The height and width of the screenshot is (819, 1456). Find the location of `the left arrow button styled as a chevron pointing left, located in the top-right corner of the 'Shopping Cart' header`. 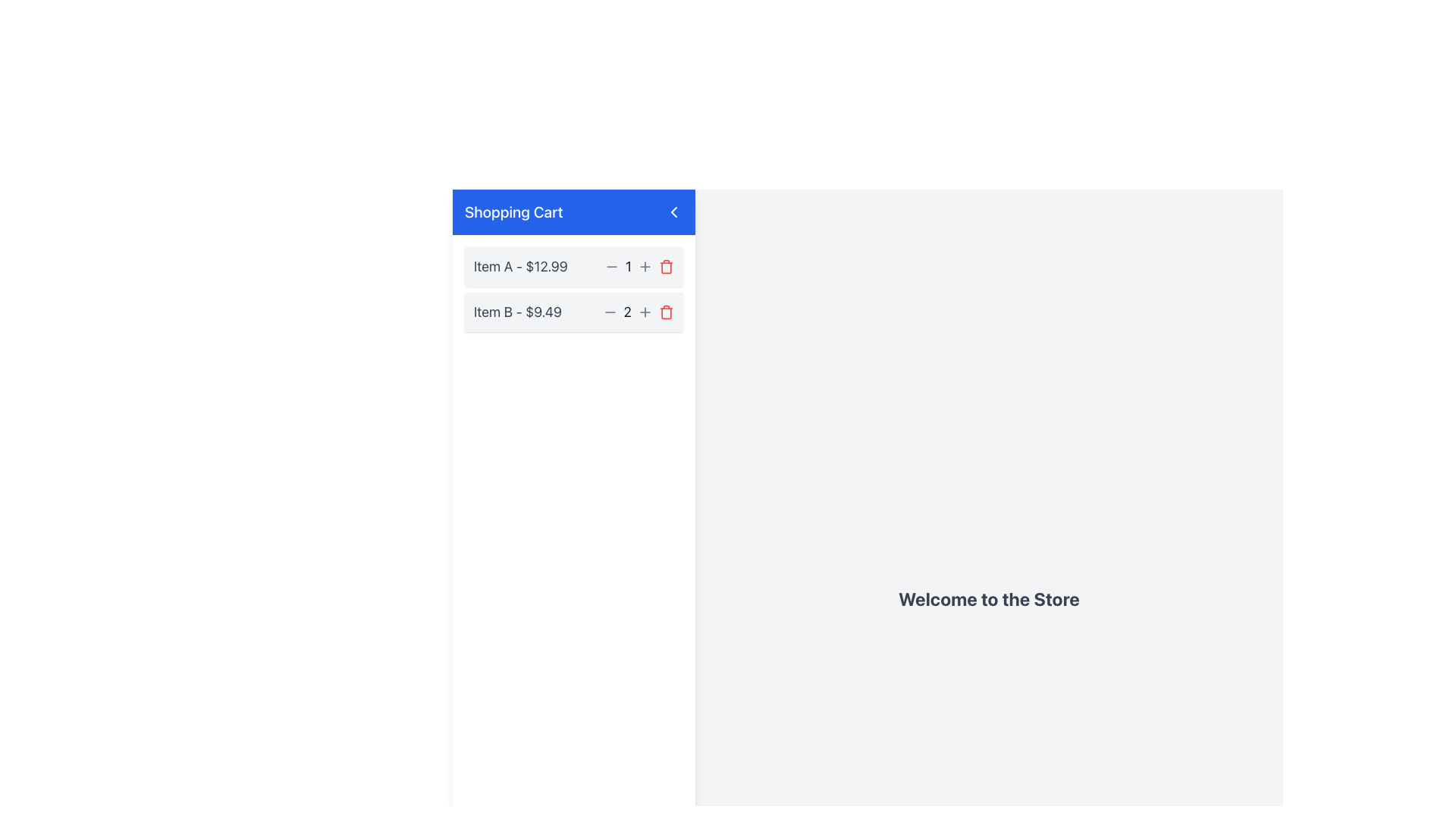

the left arrow button styled as a chevron pointing left, located in the top-right corner of the 'Shopping Cart' header is located at coordinates (673, 212).